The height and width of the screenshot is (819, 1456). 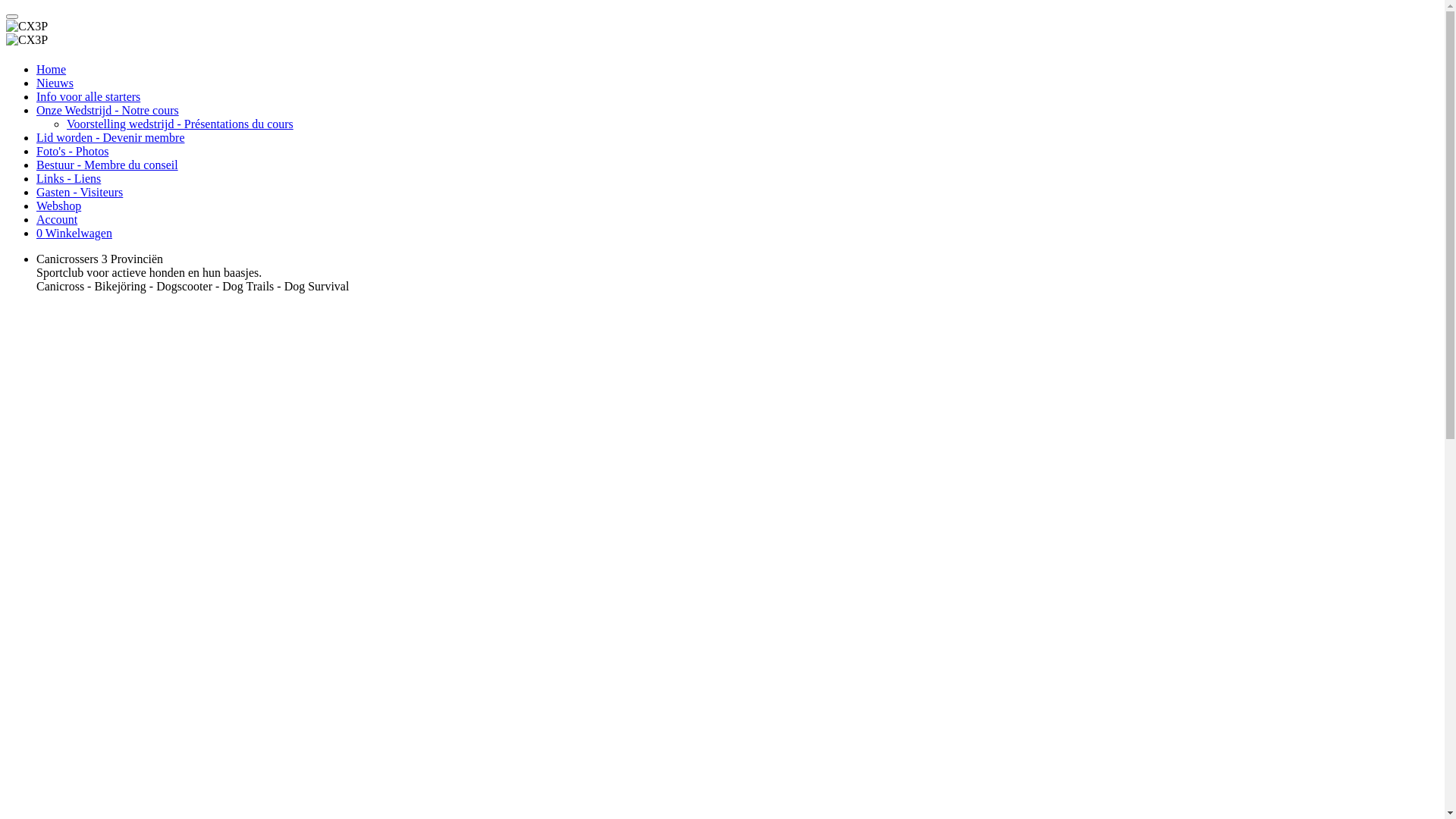 I want to click on 'Account', so click(x=57, y=219).